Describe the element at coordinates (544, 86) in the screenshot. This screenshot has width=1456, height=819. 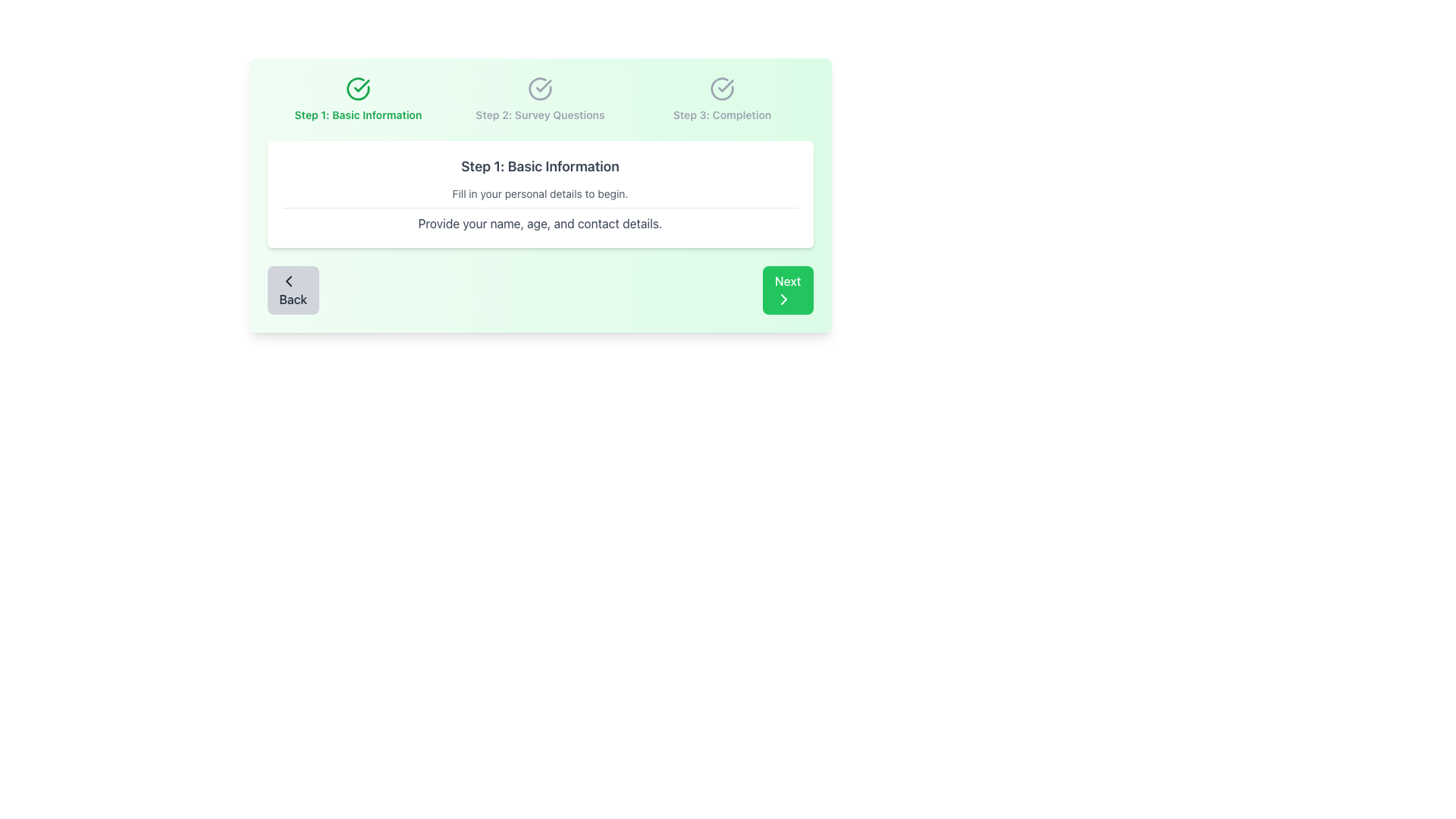
I see `the checkmark icon within the circular outline that represents a completed step in 'Step 1: Basic Information'` at that location.